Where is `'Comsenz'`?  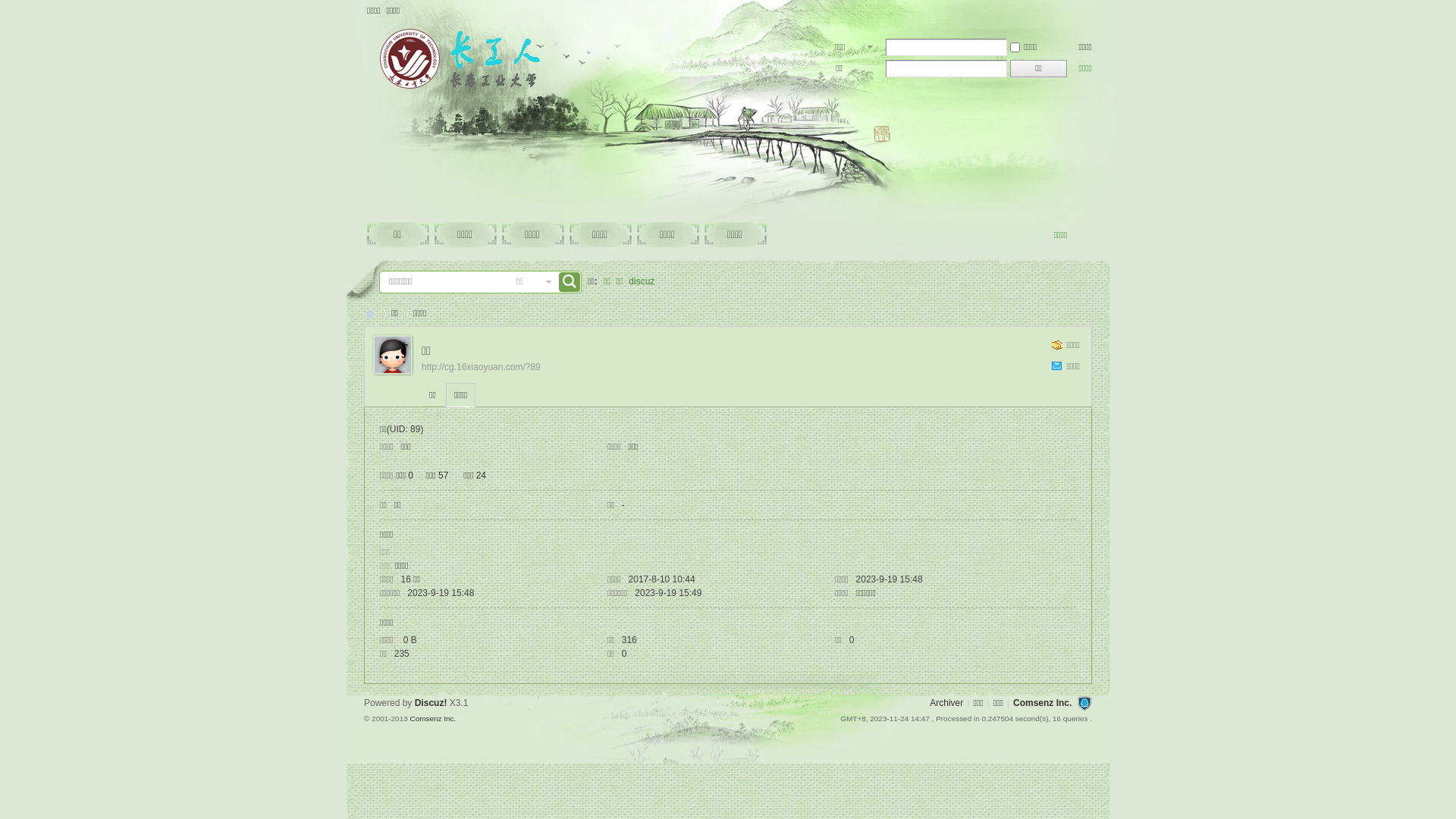
'Comsenz' is located at coordinates (425, 717).